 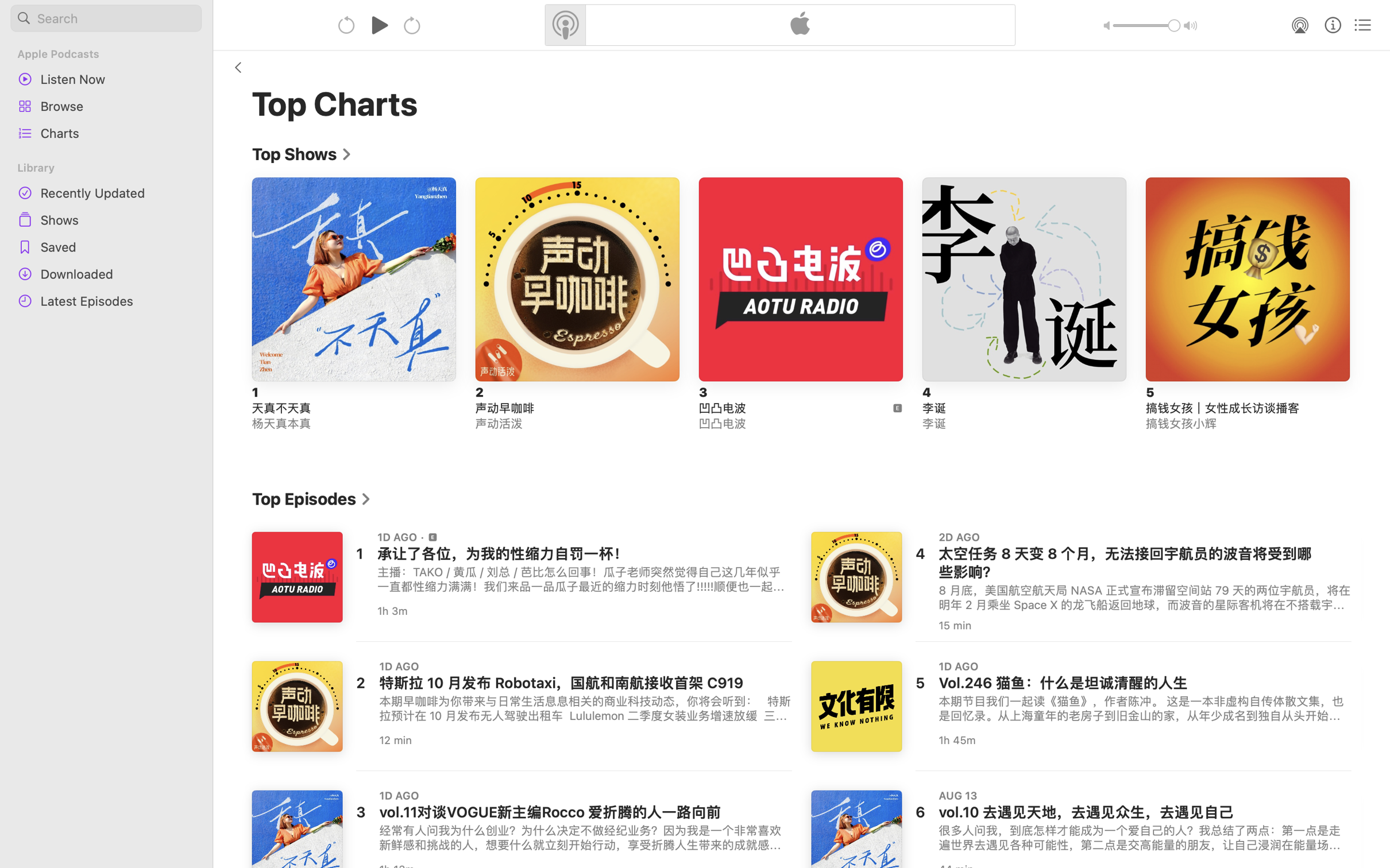 I want to click on '1.0', so click(x=1146, y=25).